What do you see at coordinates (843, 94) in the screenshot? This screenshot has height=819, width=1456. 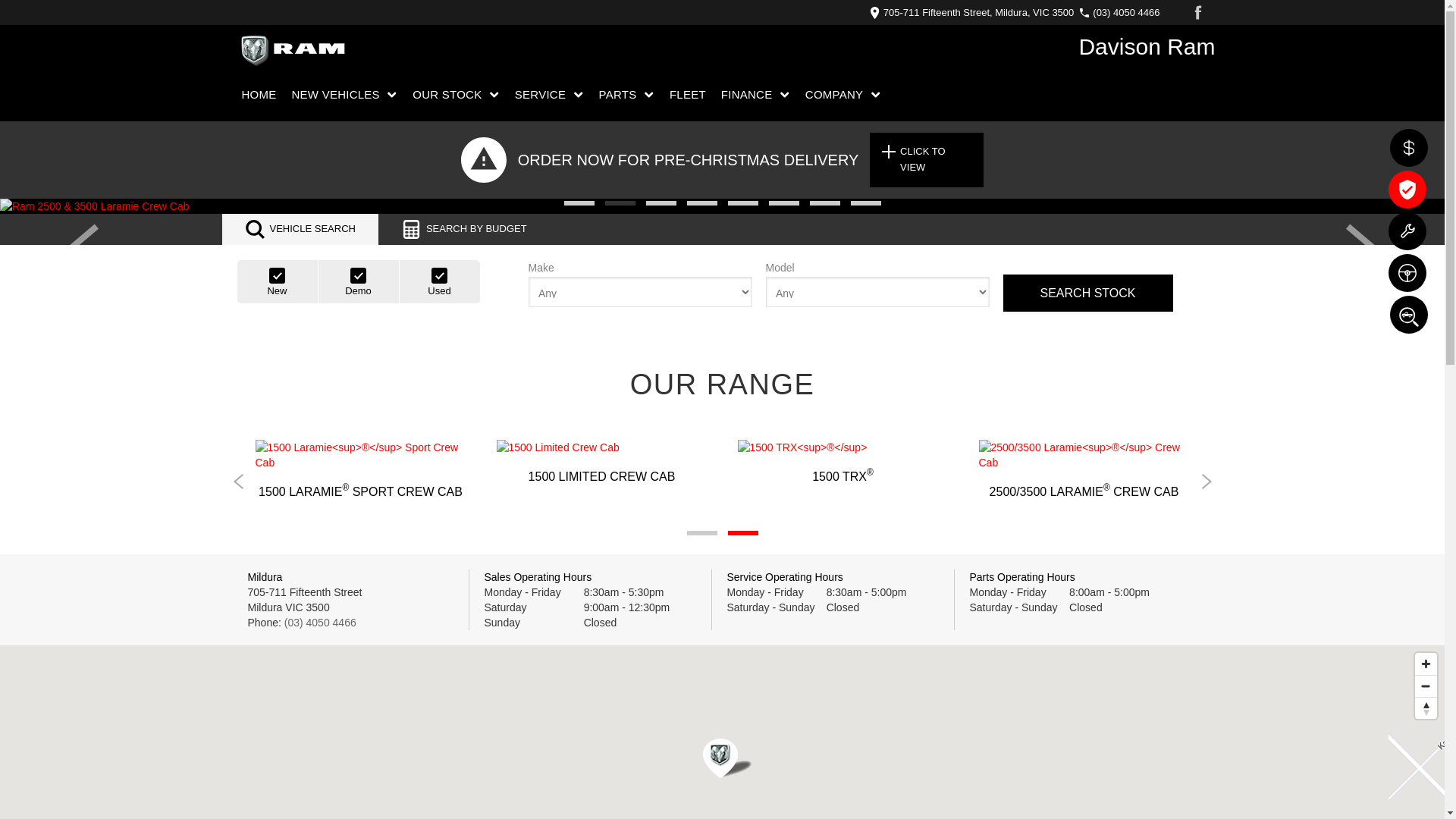 I see `'COMPANY'` at bounding box center [843, 94].